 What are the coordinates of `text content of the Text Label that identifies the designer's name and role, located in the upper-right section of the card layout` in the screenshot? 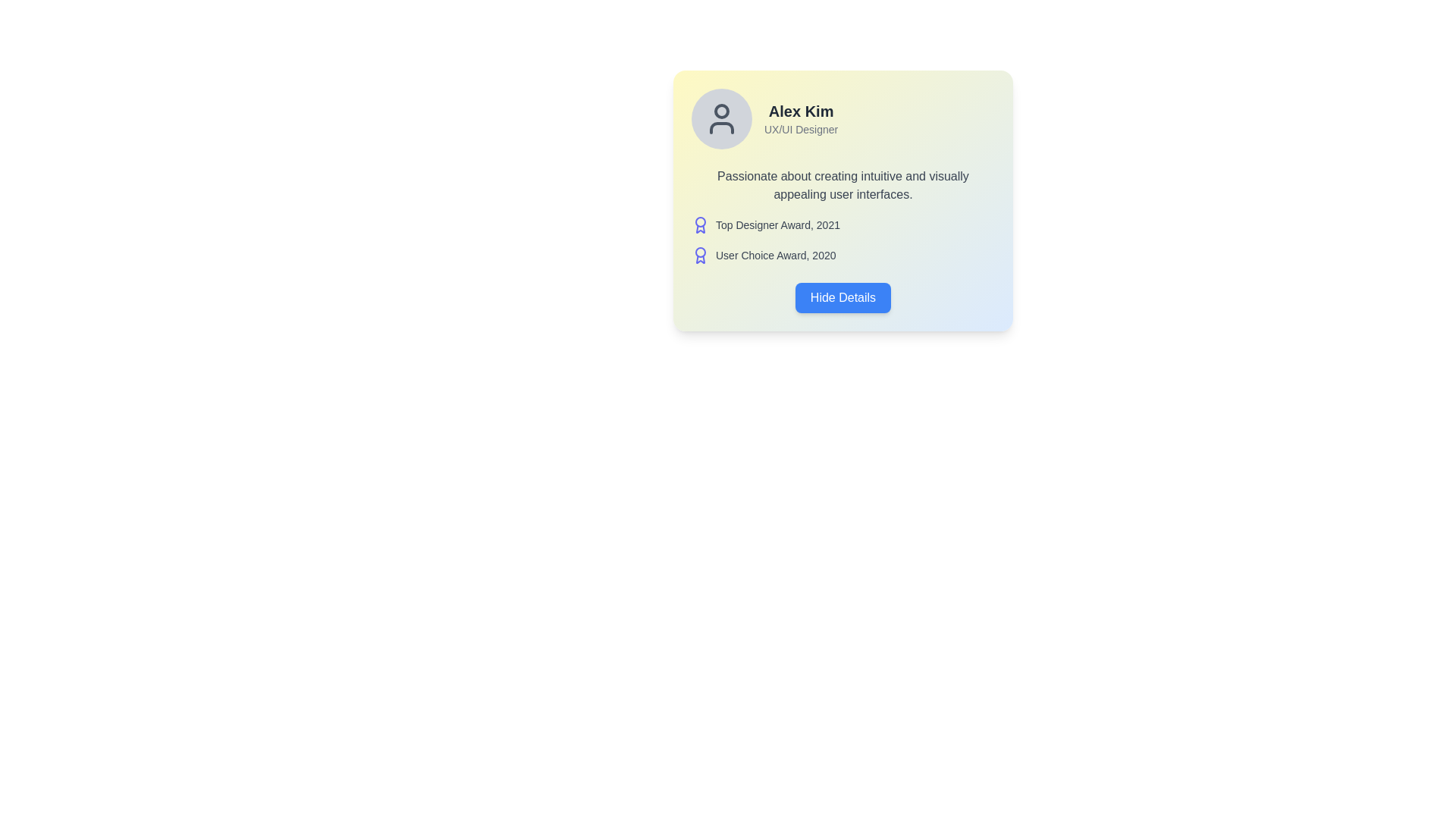 It's located at (800, 118).